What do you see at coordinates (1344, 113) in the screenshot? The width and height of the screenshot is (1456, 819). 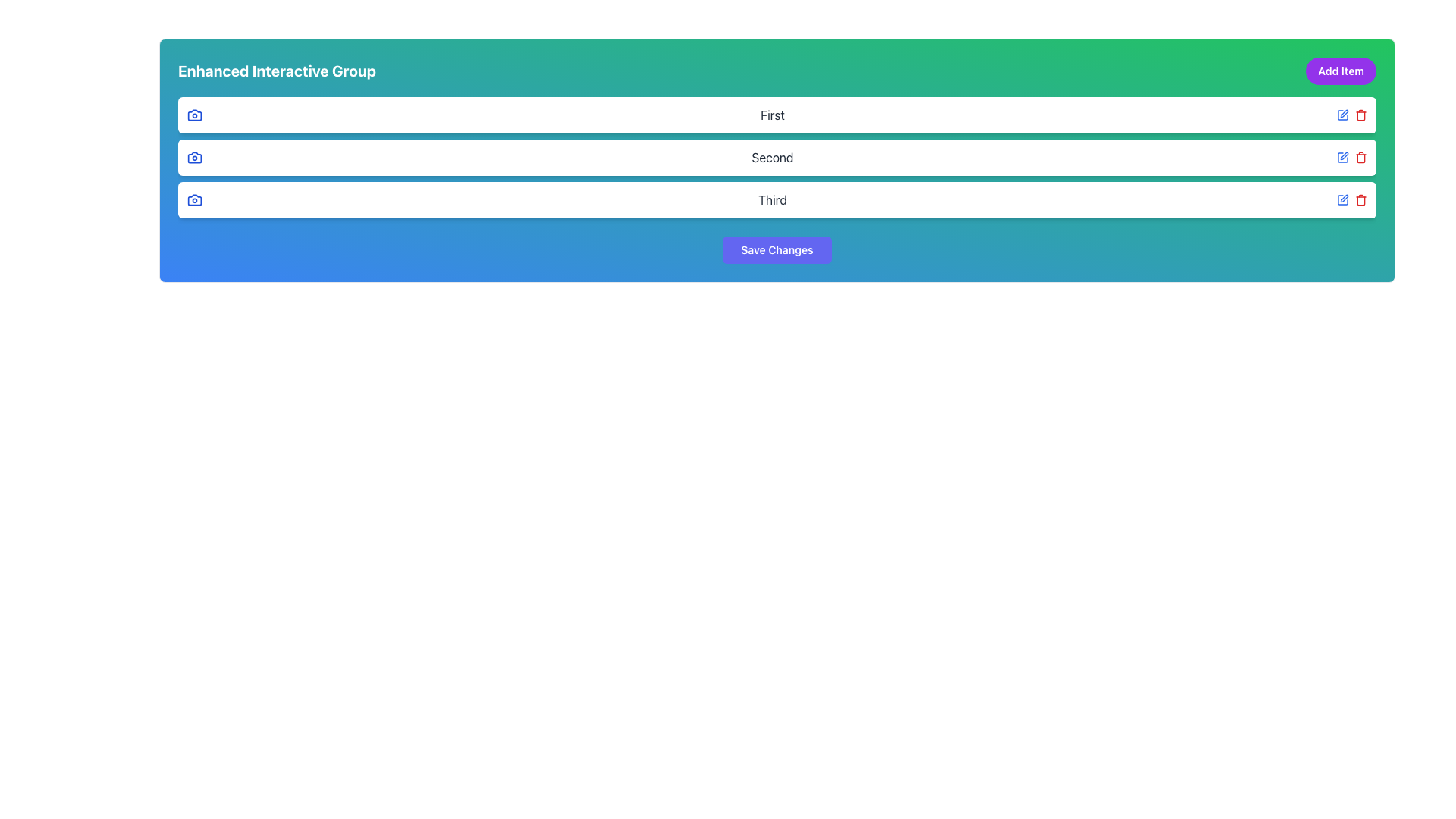 I see `the pen icon button located in the top-right corner of the first row` at bounding box center [1344, 113].